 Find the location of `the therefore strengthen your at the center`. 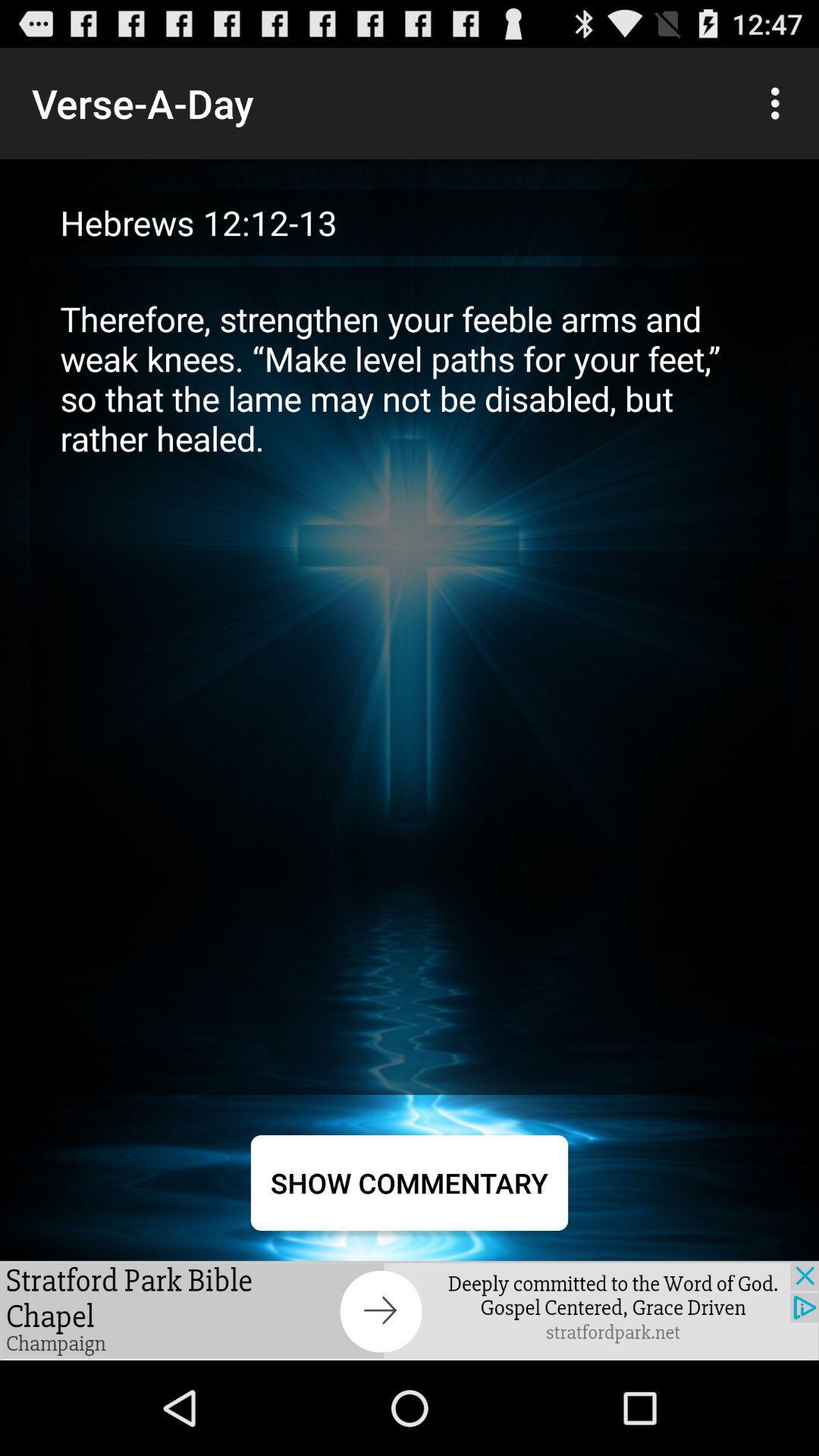

the therefore strengthen your at the center is located at coordinates (409, 679).